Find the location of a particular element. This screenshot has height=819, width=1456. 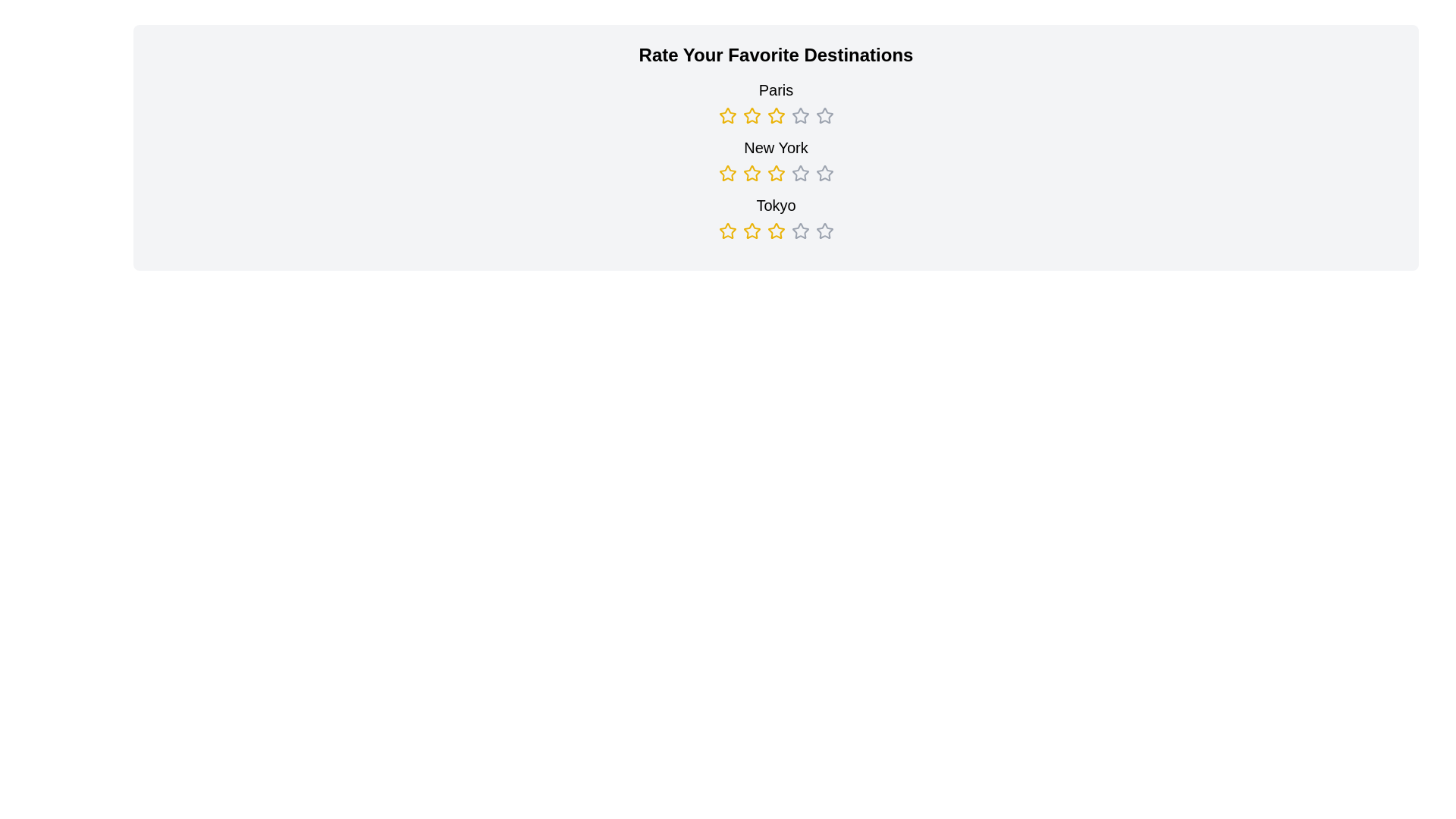

the fourth star in the rating row for 'New York' is located at coordinates (776, 172).